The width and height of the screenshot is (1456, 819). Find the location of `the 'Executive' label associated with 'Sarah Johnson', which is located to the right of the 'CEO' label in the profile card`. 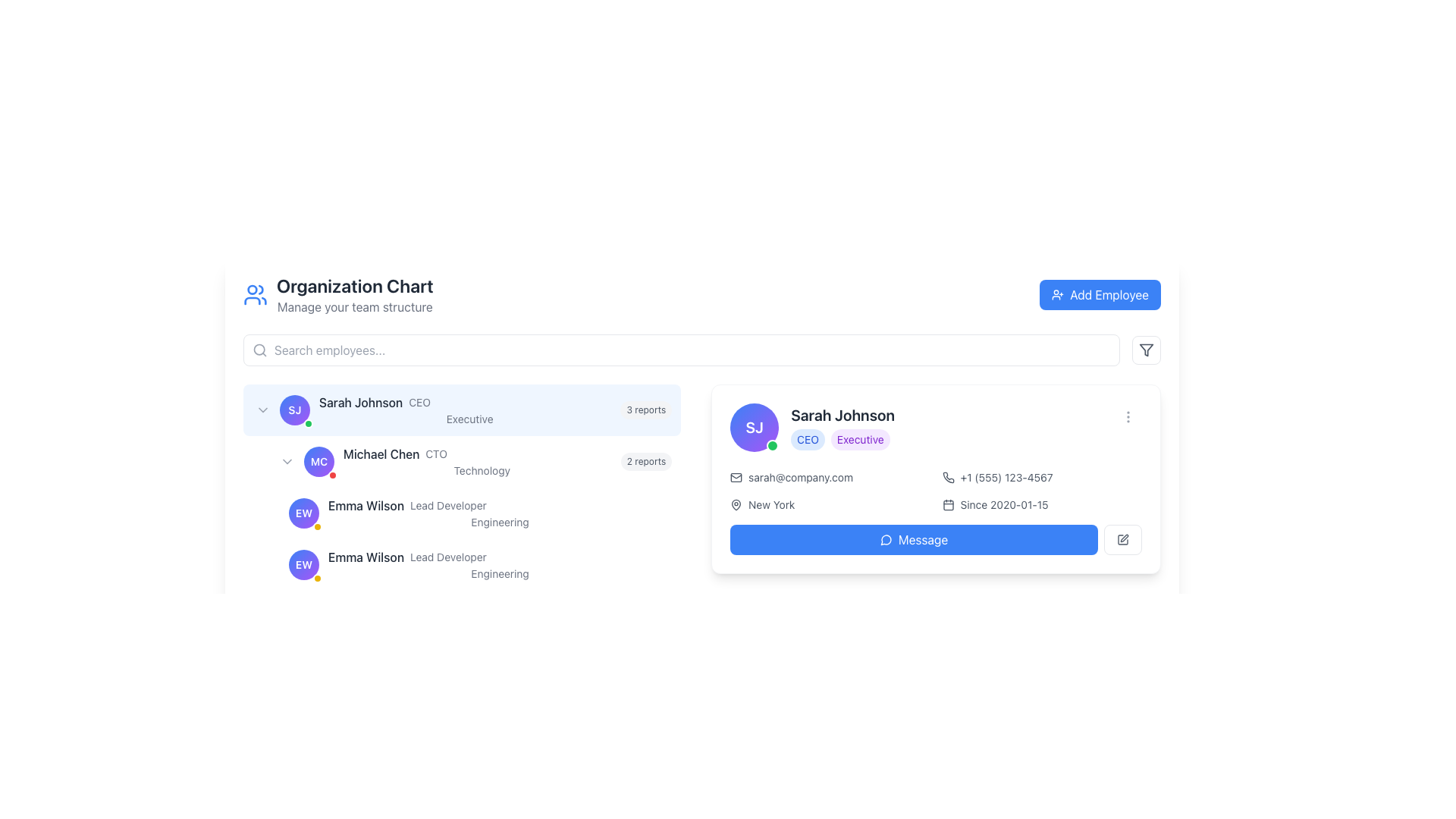

the 'Executive' label associated with 'Sarah Johnson', which is located to the right of the 'CEO' label in the profile card is located at coordinates (860, 439).